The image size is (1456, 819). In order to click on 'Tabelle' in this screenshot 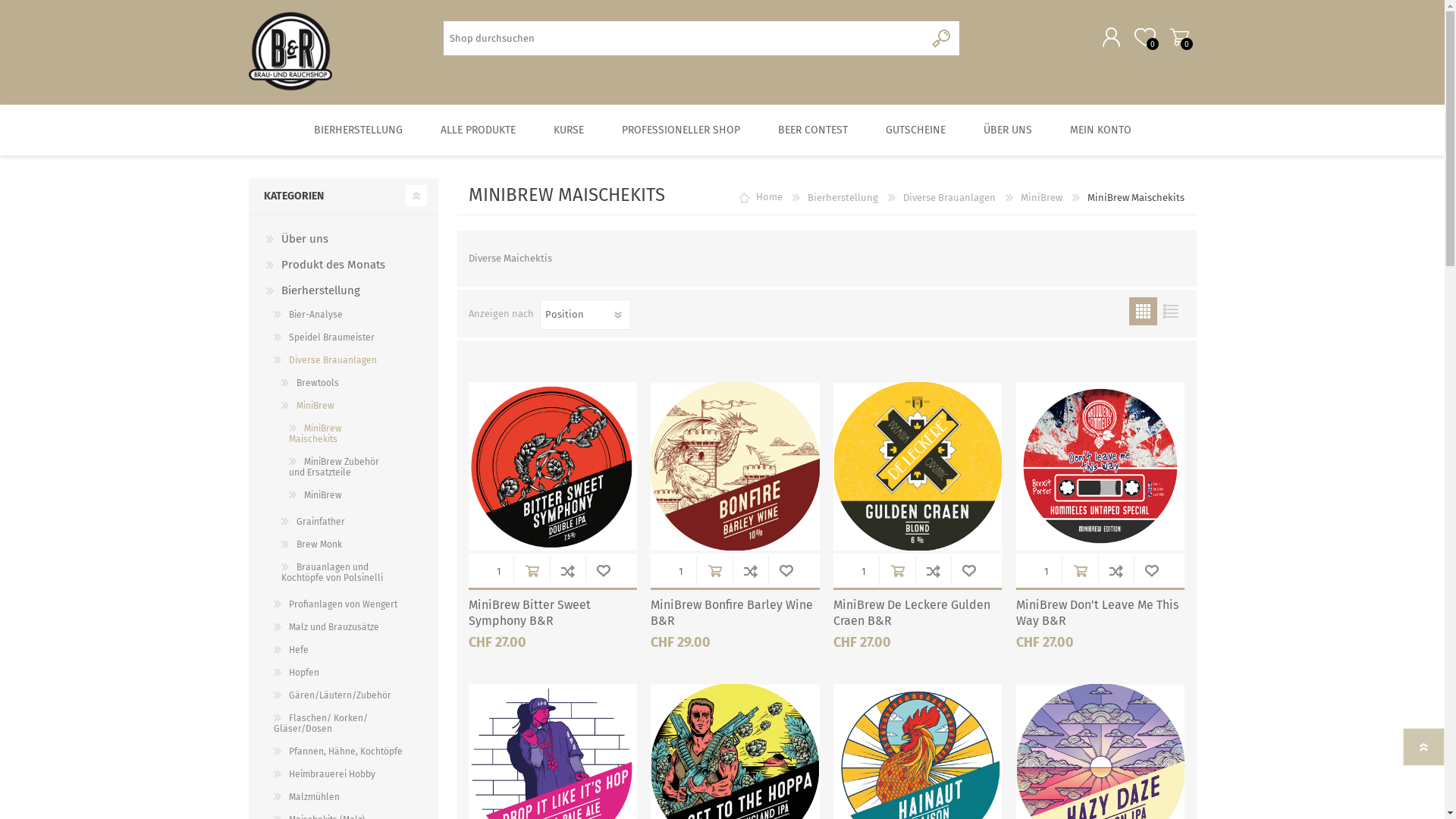, I will do `click(1142, 310)`.